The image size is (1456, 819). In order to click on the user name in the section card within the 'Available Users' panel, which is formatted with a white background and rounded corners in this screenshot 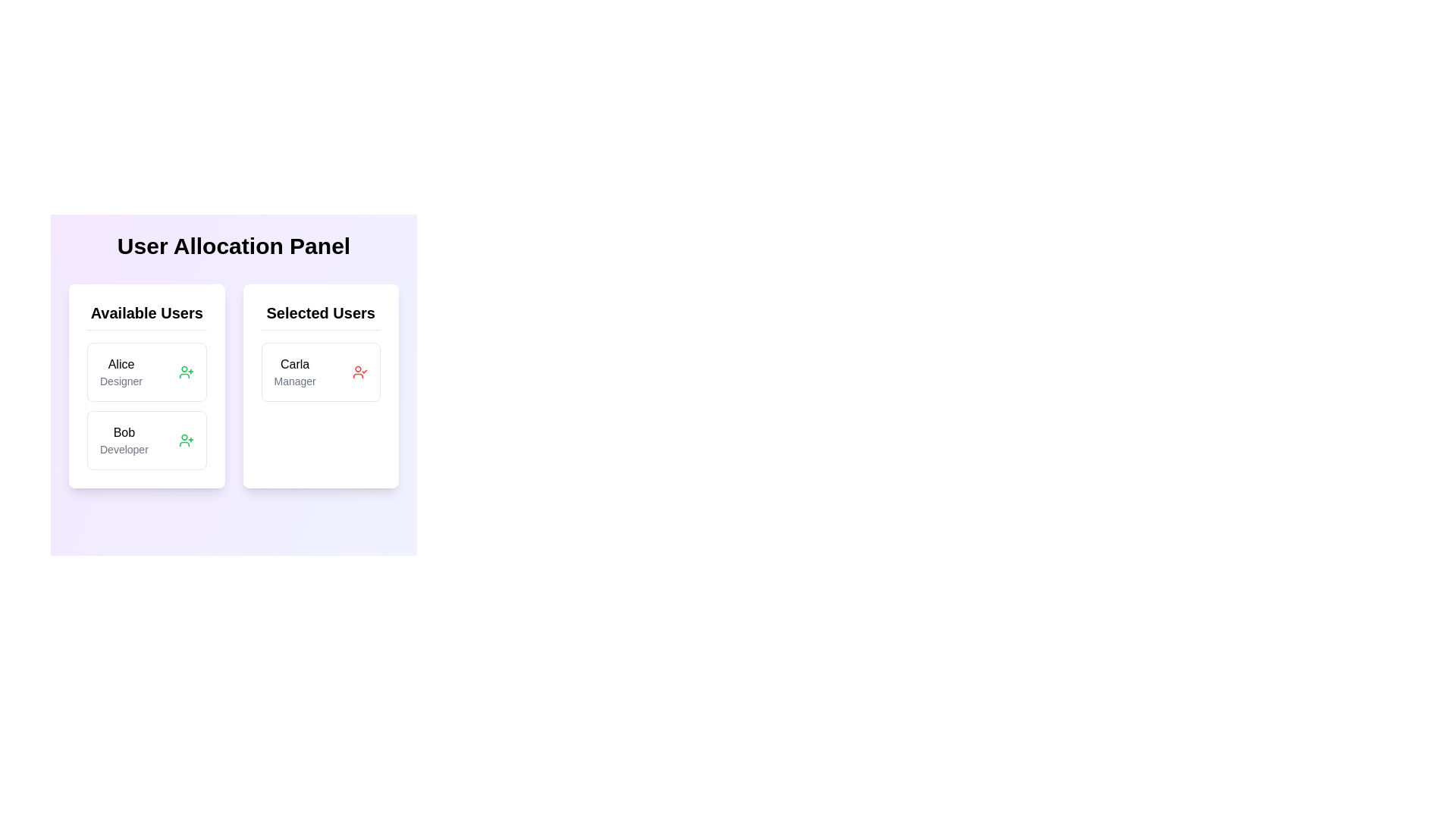, I will do `click(146, 385)`.